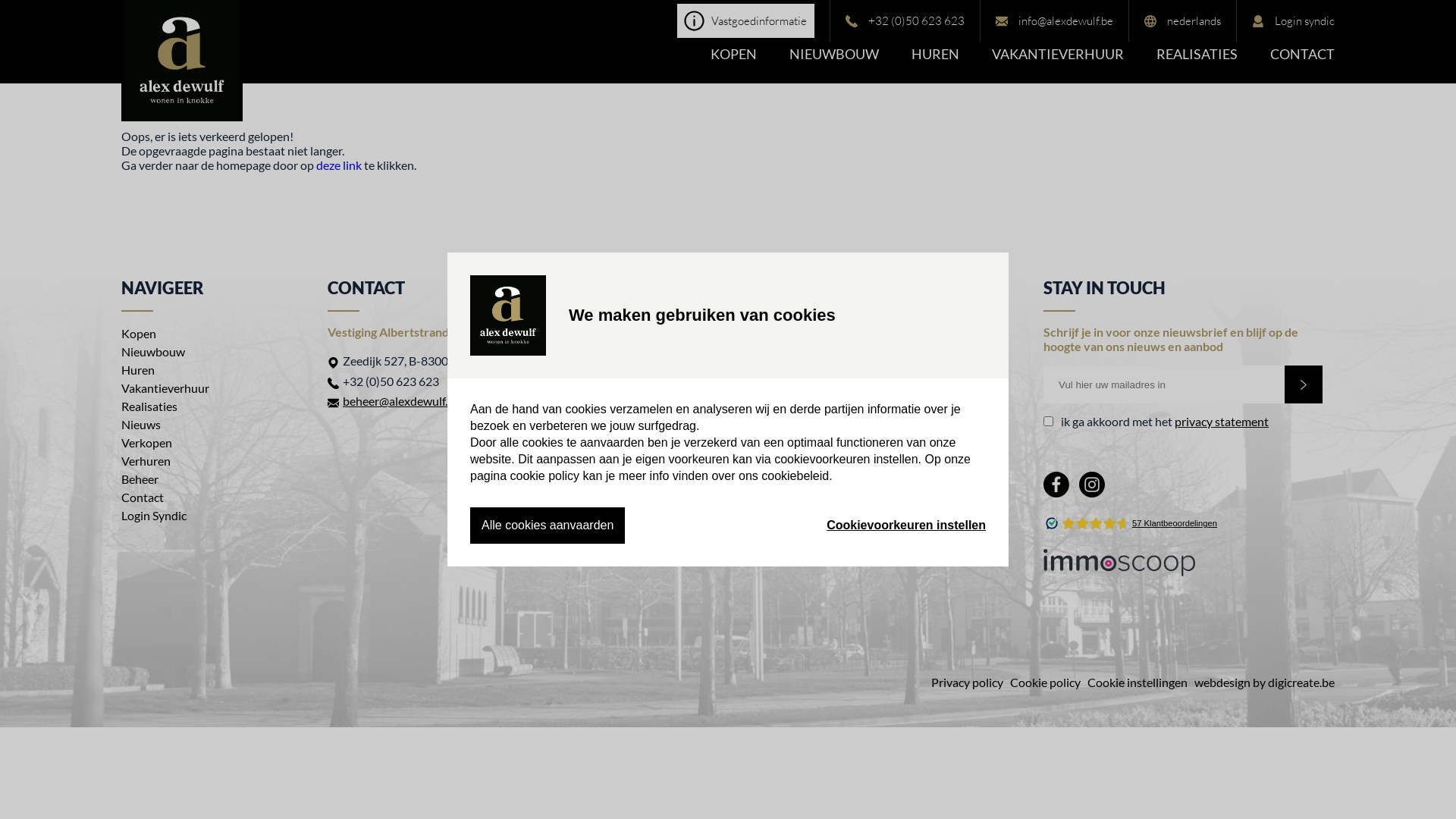  What do you see at coordinates (165, 387) in the screenshot?
I see `'Vakantieverhuur'` at bounding box center [165, 387].